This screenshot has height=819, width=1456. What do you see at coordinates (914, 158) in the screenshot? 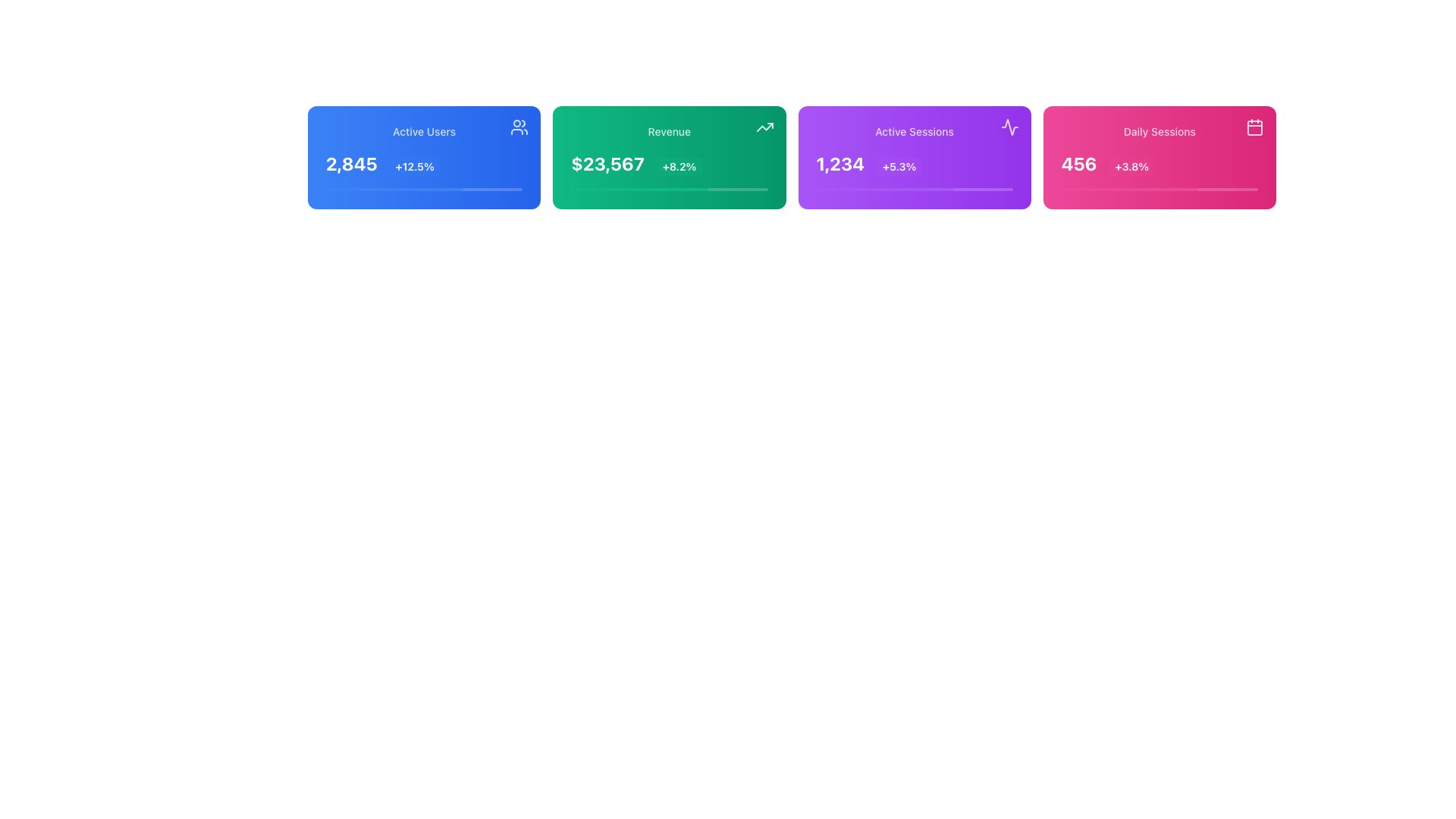
I see `the textual display element that shows the current active session count and percentage change, located within the purple card labeled 'Active Sessions', positioned below the label and adjacent to the numerical value '1,234'` at bounding box center [914, 158].